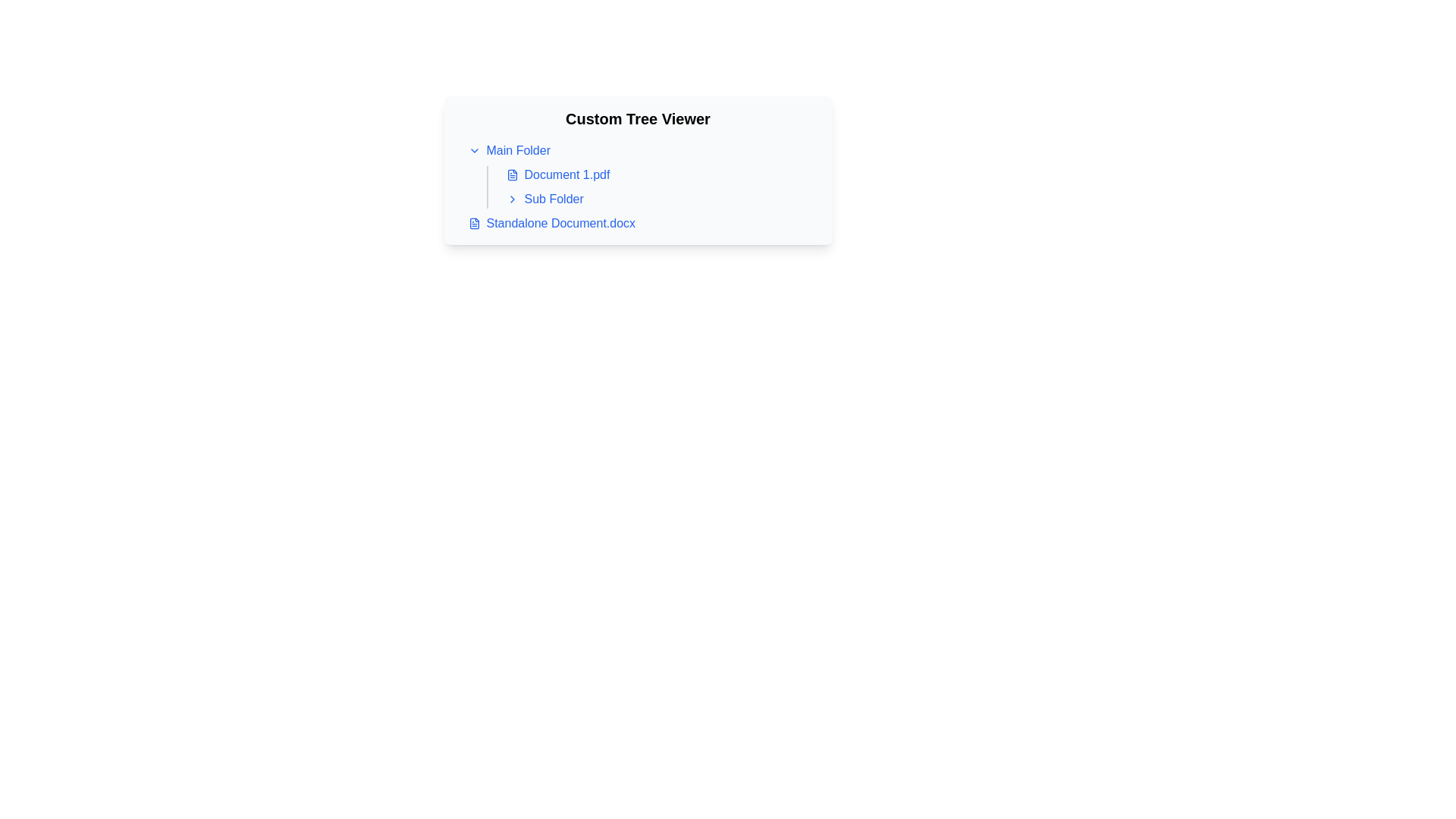  I want to click on the hyperlink for 'Standalone Document.docx', which is the third item, so click(560, 223).